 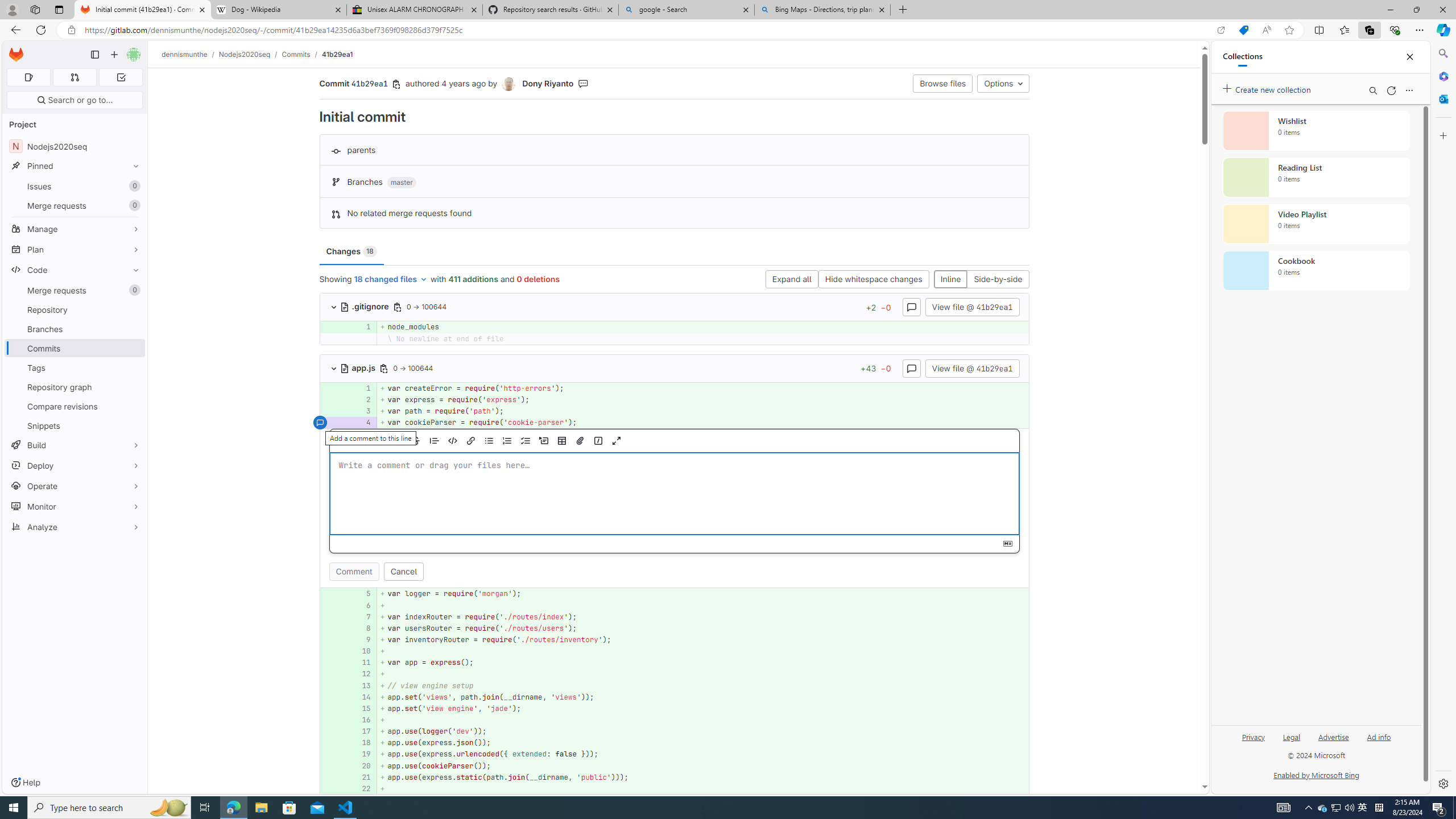 What do you see at coordinates (278, 9) in the screenshot?
I see `'Dog - Wikipedia'` at bounding box center [278, 9].